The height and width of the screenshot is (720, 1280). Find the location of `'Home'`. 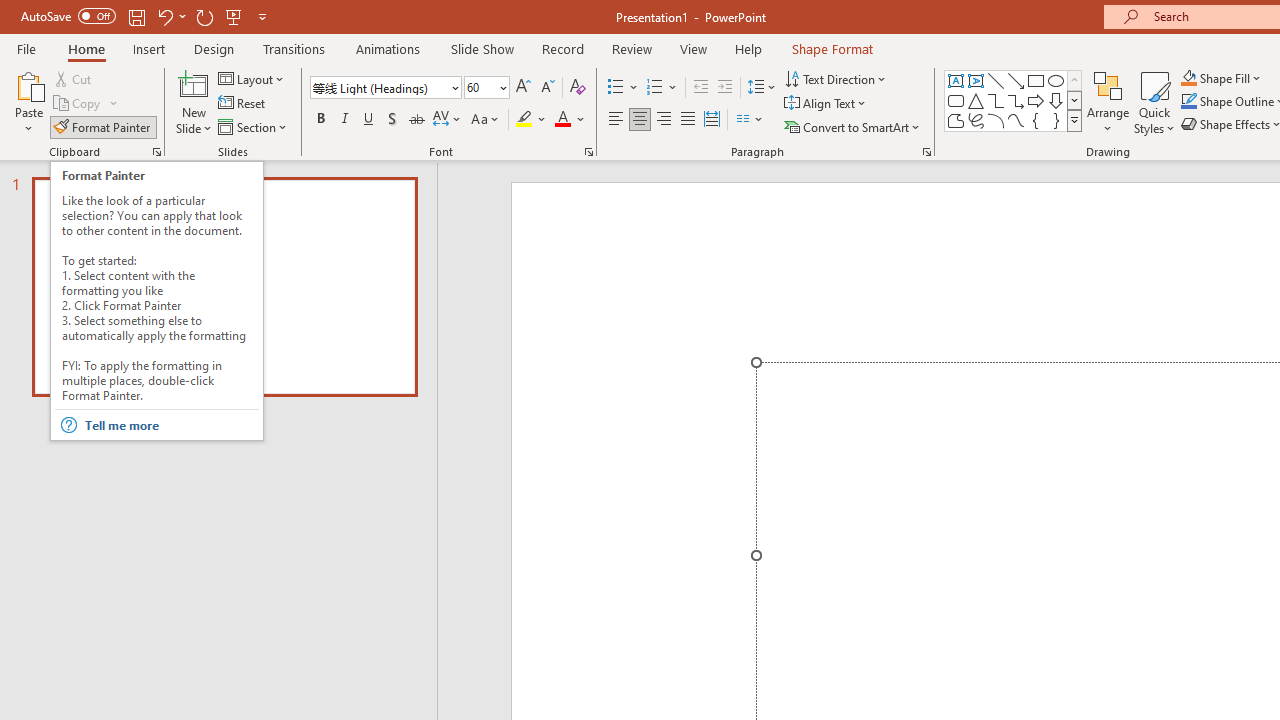

'Home' is located at coordinates (85, 48).